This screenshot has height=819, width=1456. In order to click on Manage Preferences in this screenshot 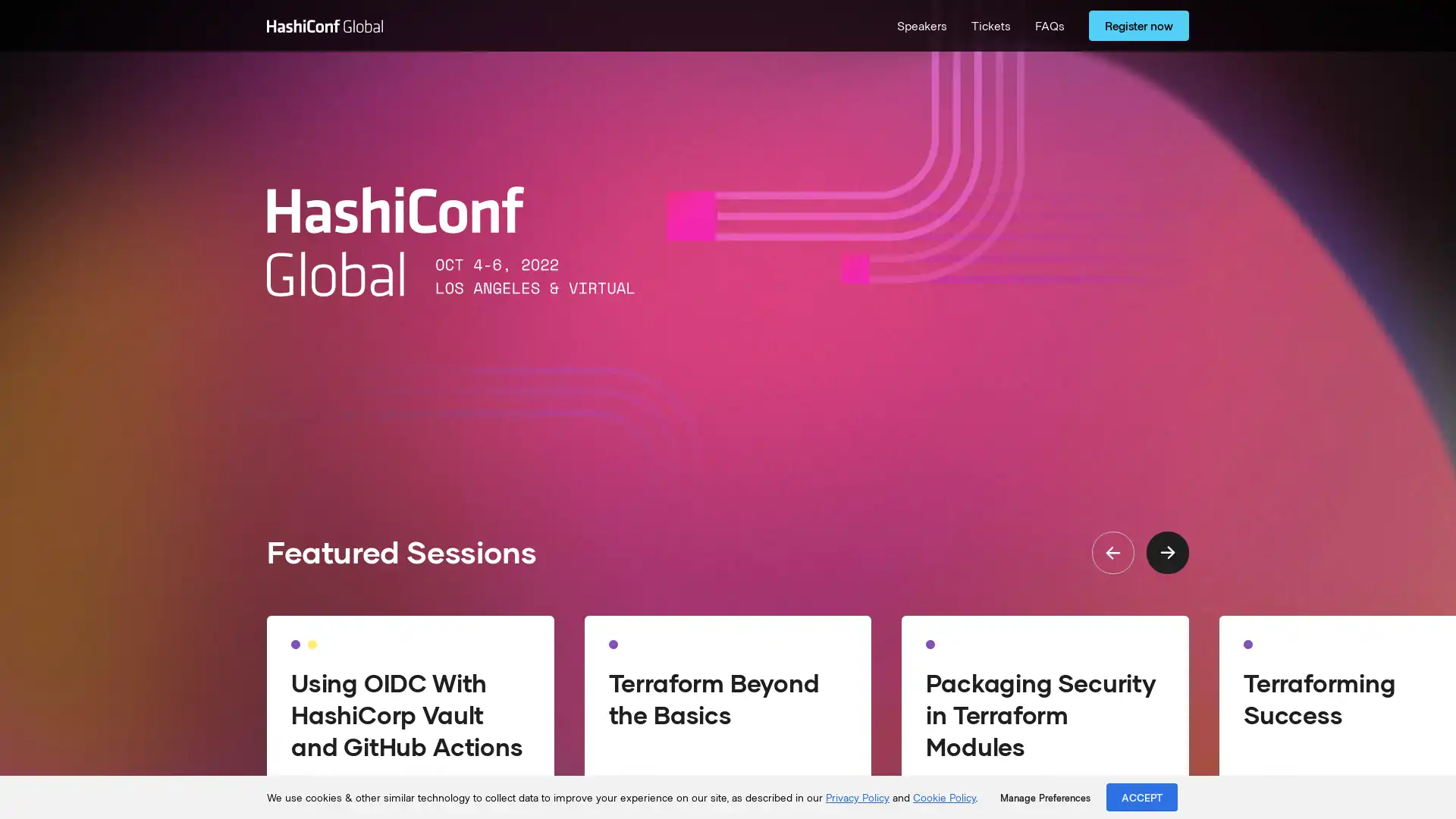, I will do `click(1044, 797)`.